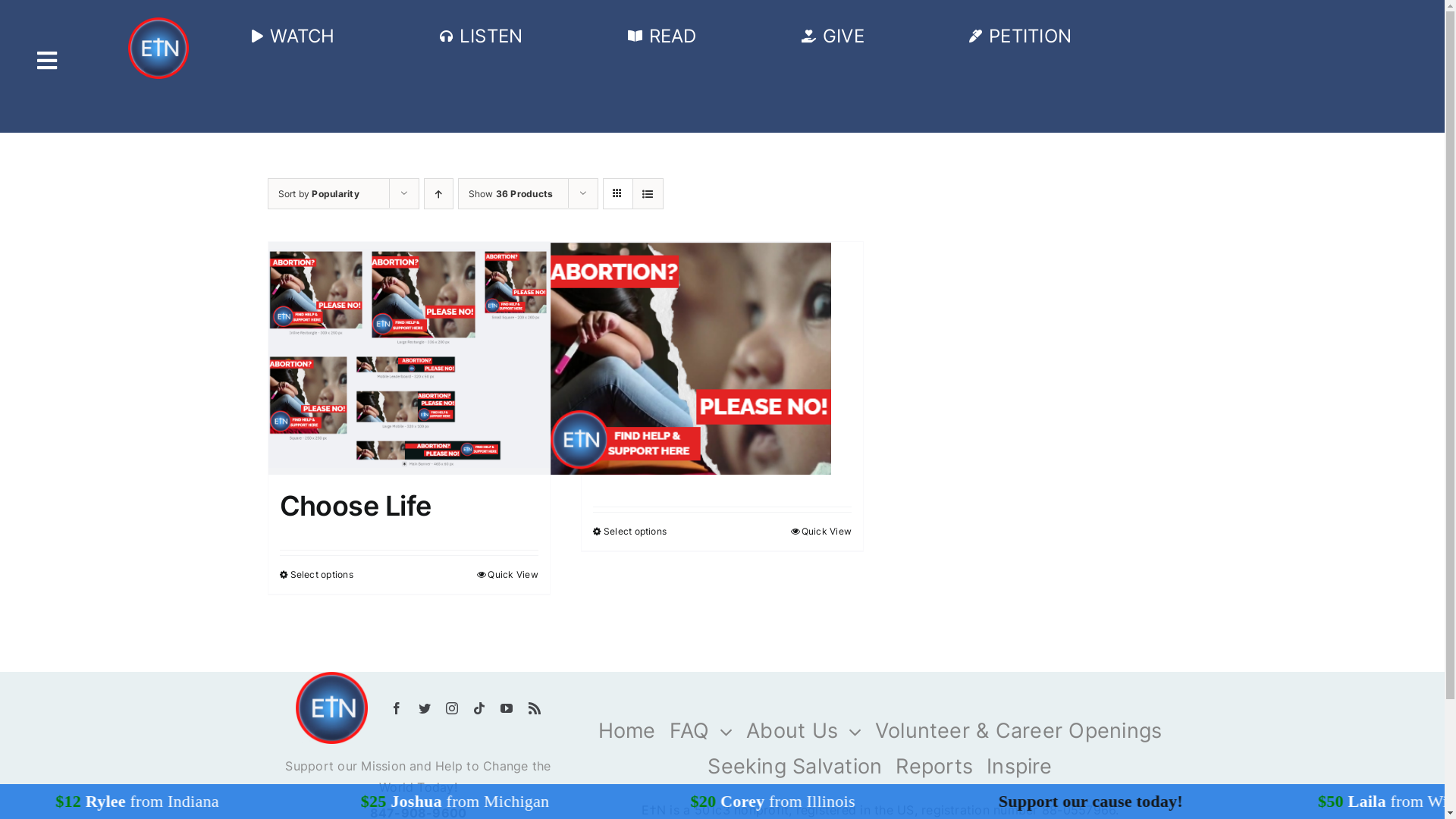  I want to click on 'Tiktok', so click(479, 708).